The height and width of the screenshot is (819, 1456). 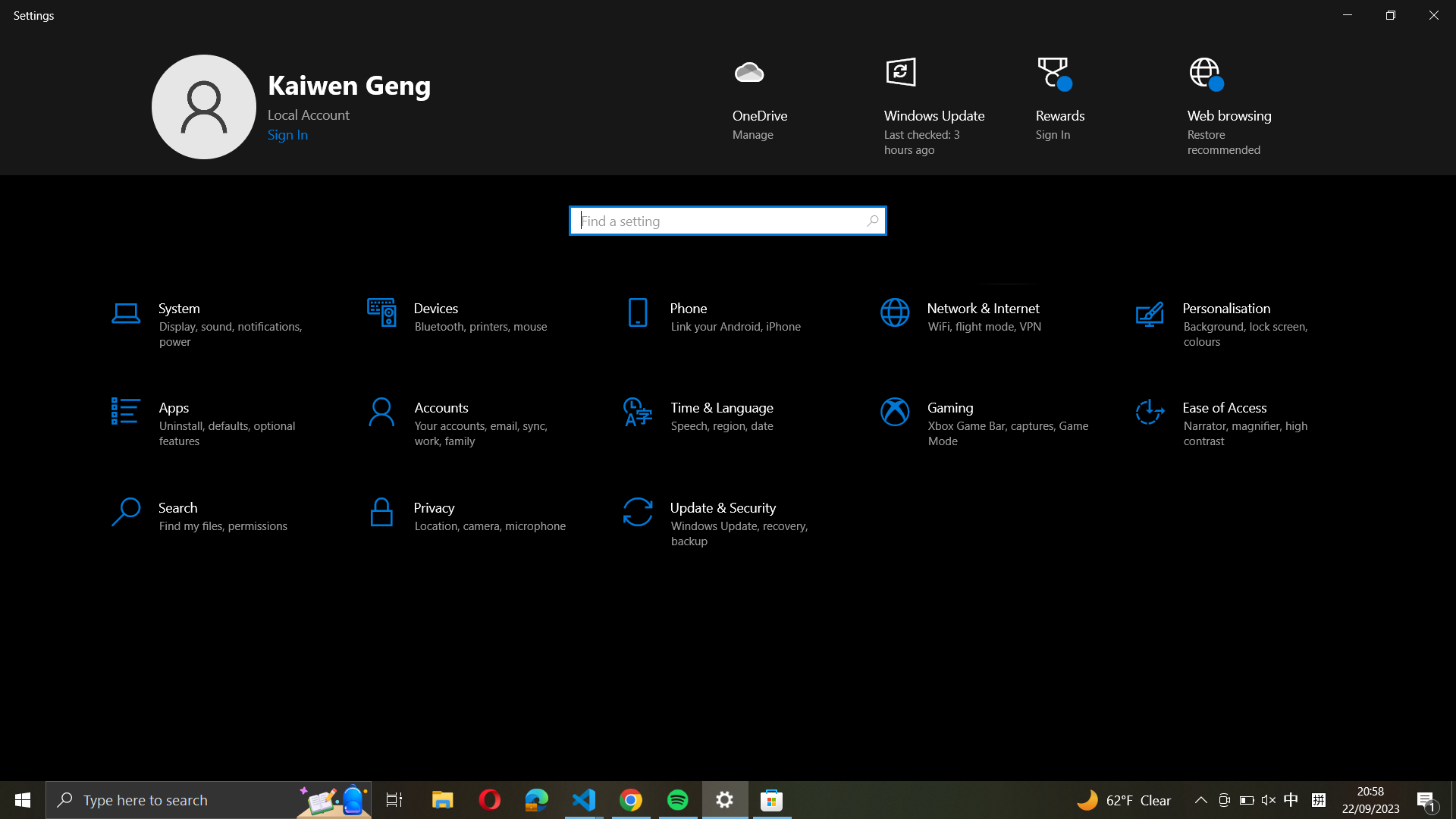 I want to click on the "Update & Security" settings tab, so click(x=729, y=519).